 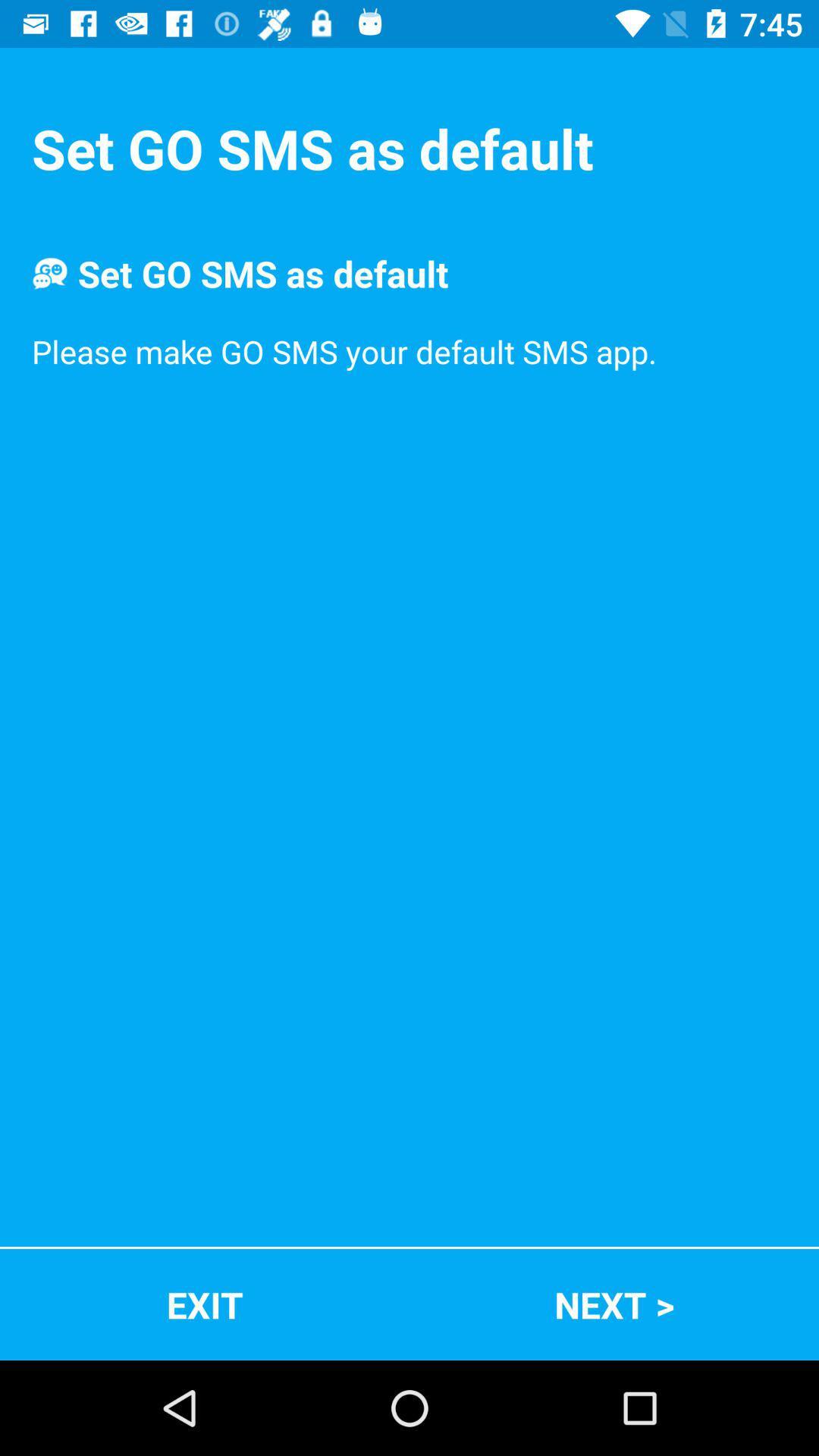 I want to click on next > icon, so click(x=614, y=1304).